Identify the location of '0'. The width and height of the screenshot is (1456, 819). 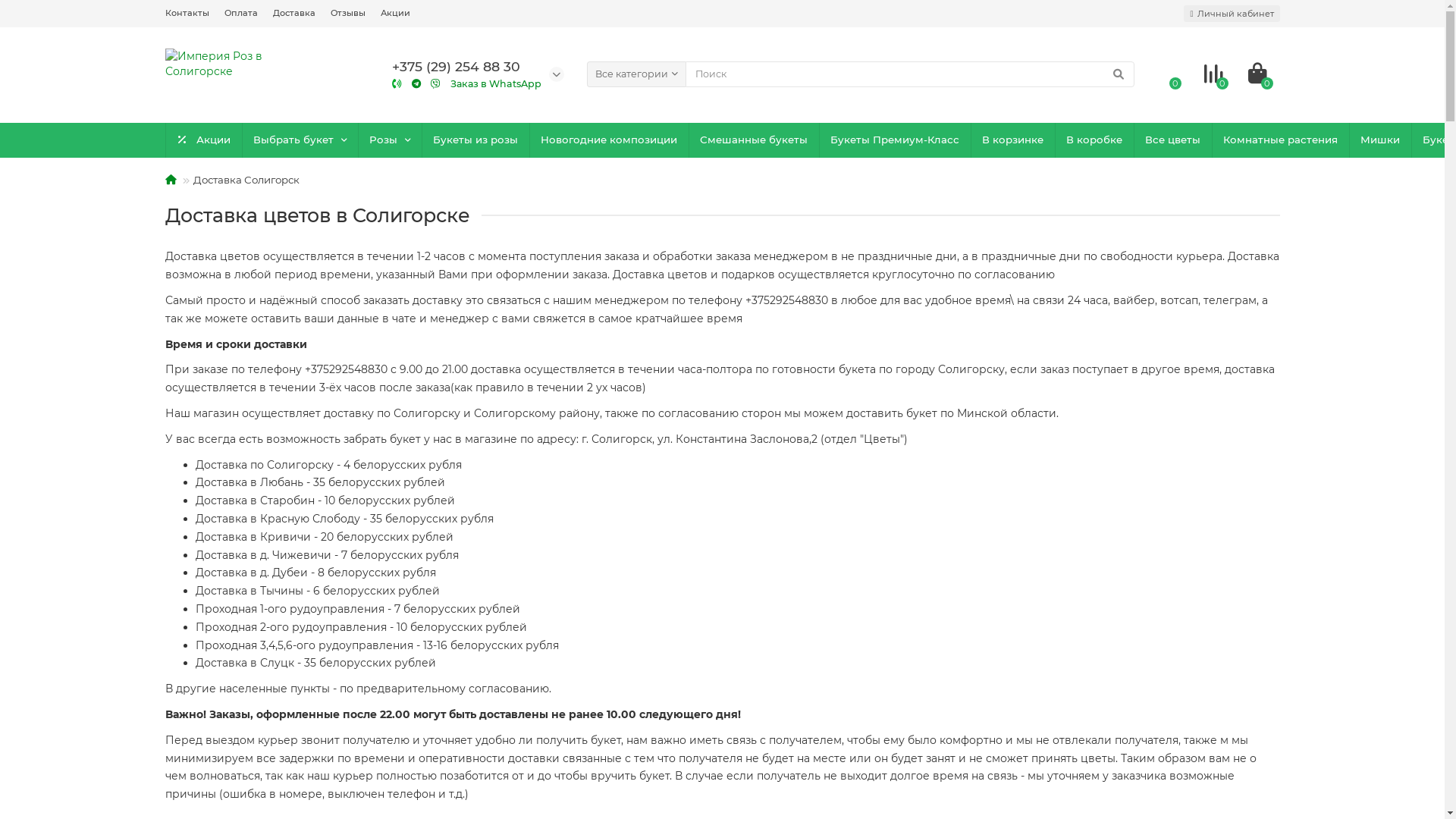
(1257, 74).